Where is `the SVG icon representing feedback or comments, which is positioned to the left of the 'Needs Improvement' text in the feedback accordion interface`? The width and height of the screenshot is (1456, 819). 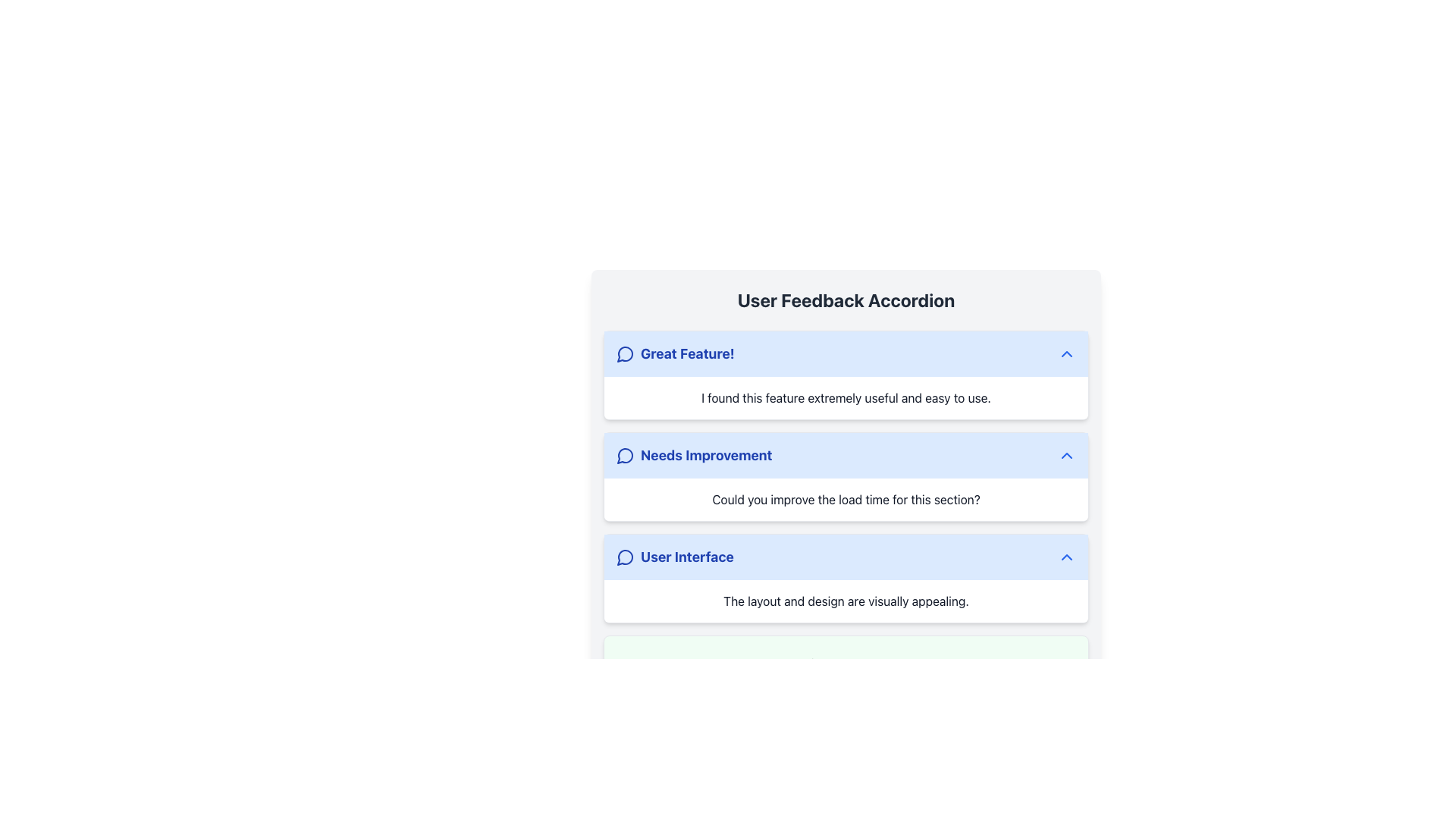 the SVG icon representing feedback or comments, which is positioned to the left of the 'Needs Improvement' text in the feedback accordion interface is located at coordinates (626, 455).